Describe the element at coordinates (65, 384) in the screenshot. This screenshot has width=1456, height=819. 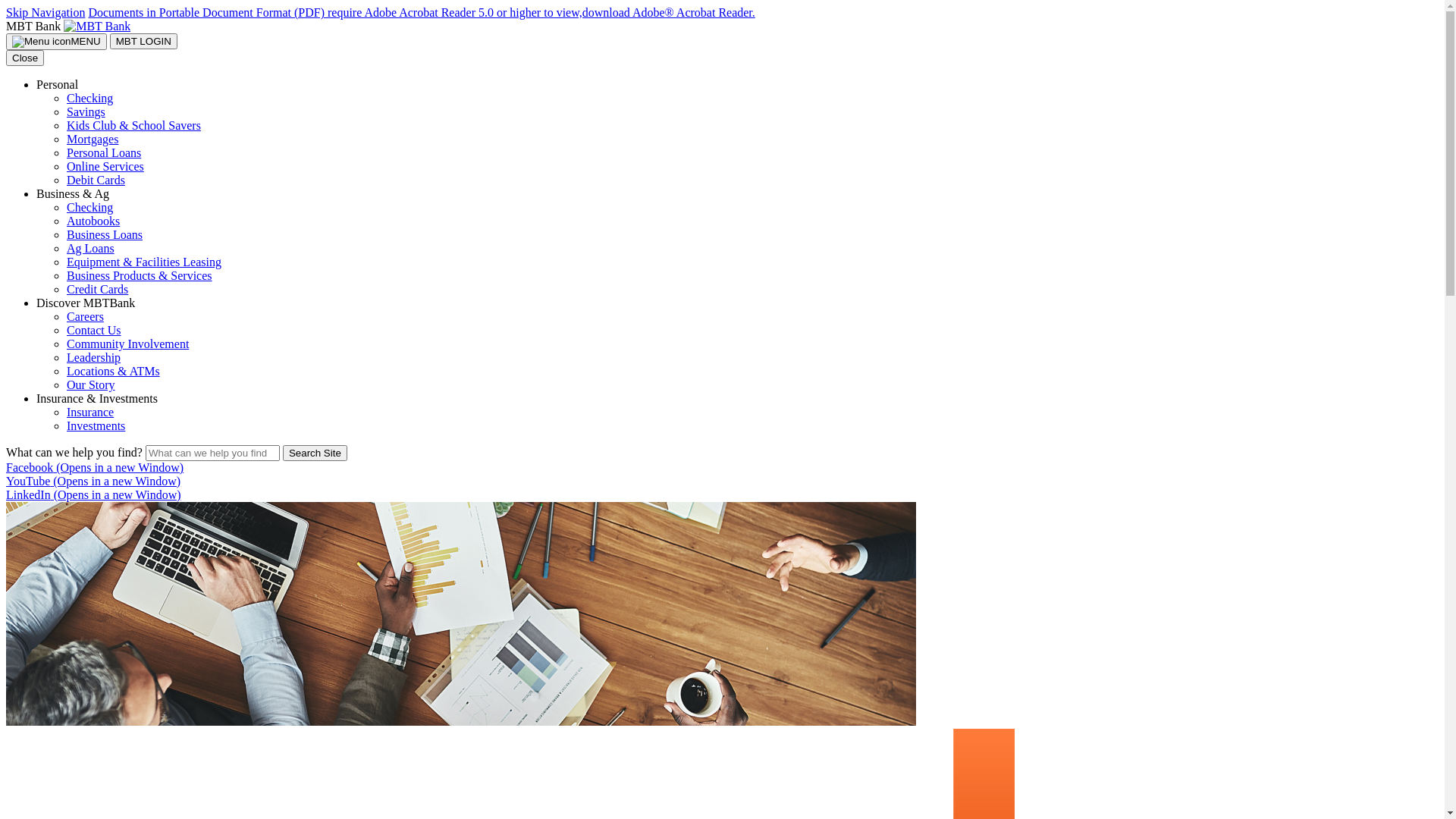
I see `'Our Story'` at that location.